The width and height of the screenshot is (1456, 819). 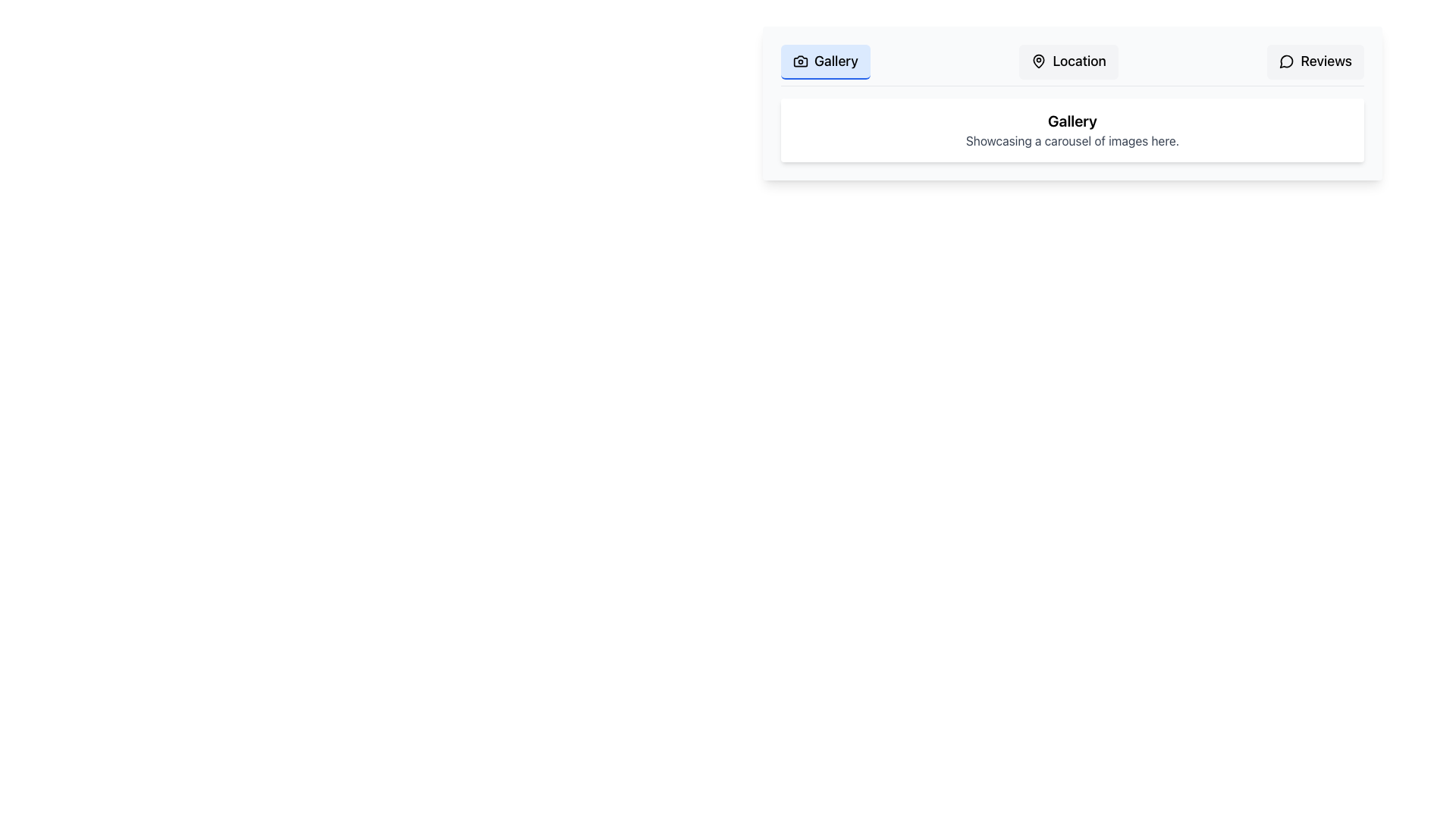 What do you see at coordinates (1286, 61) in the screenshot?
I see `the speech bubble icon located to the left of the 'Reviews' text, which represents the comments or reviews feature` at bounding box center [1286, 61].